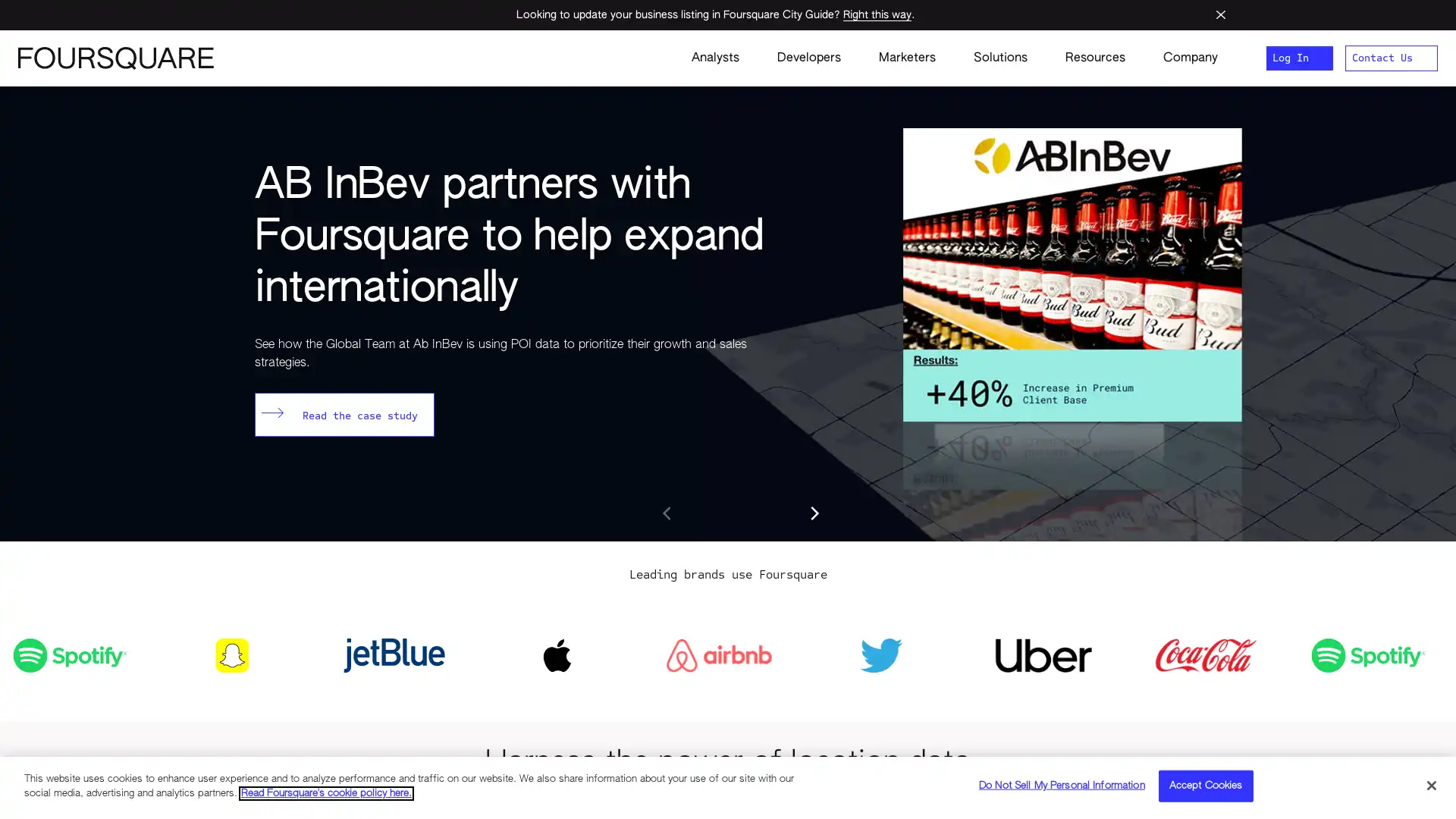 The height and width of the screenshot is (819, 1456). I want to click on Resources, so click(1095, 58).